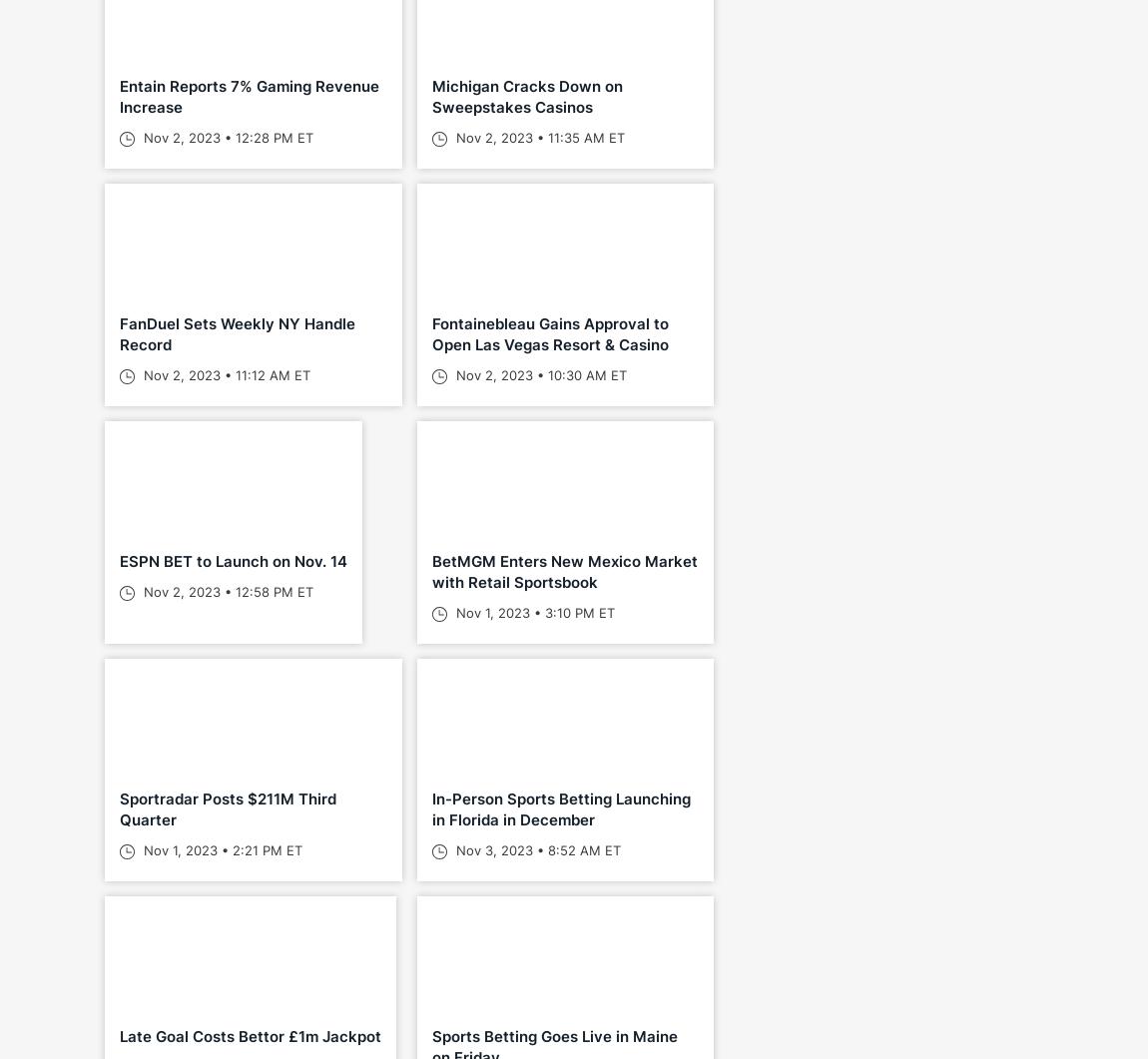  I want to click on 'Sportradar Posts $211M Third Quarter', so click(227, 809).